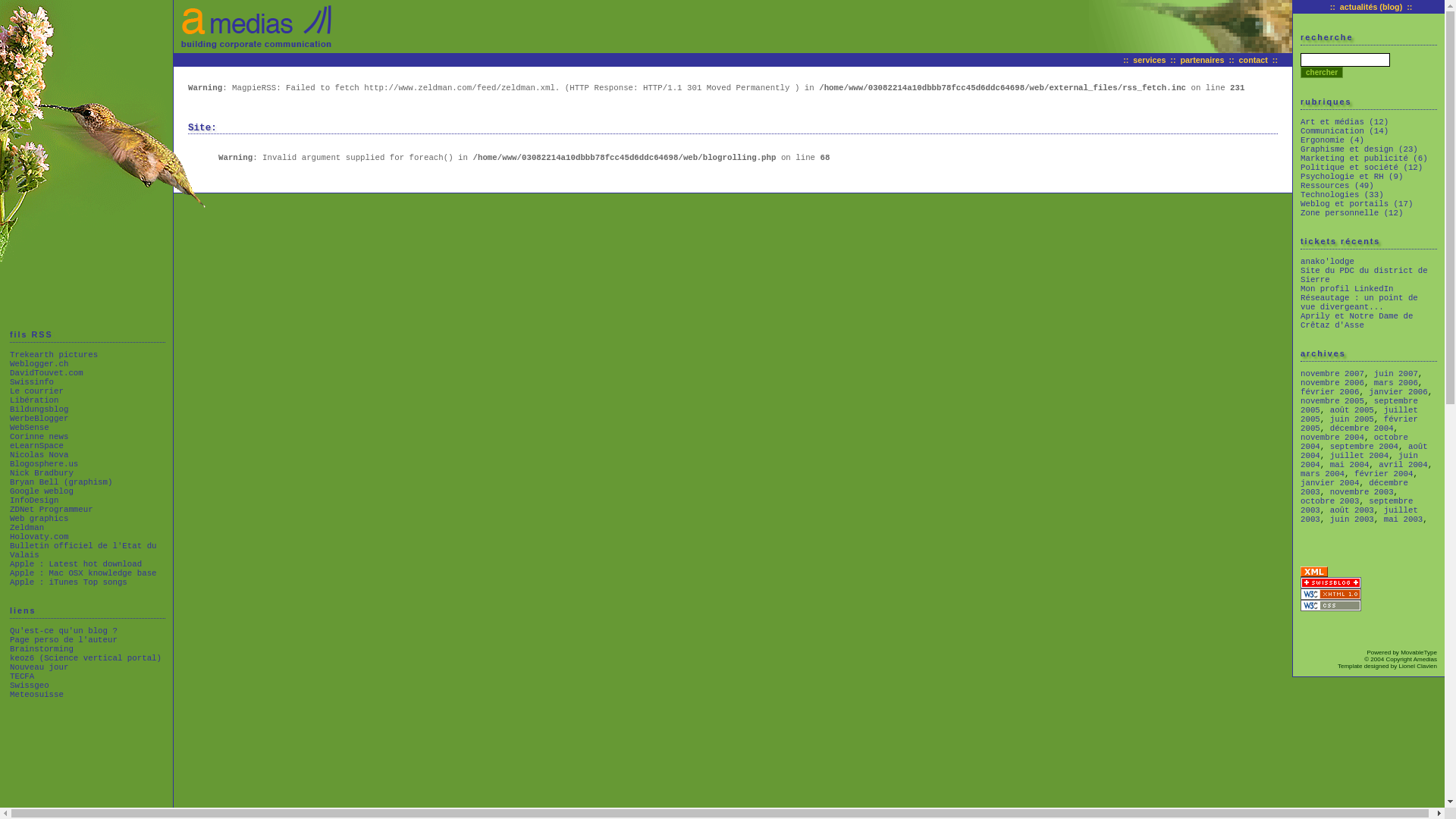 The image size is (1456, 819). Describe the element at coordinates (21, 675) in the screenshot. I see `'TECFA'` at that location.